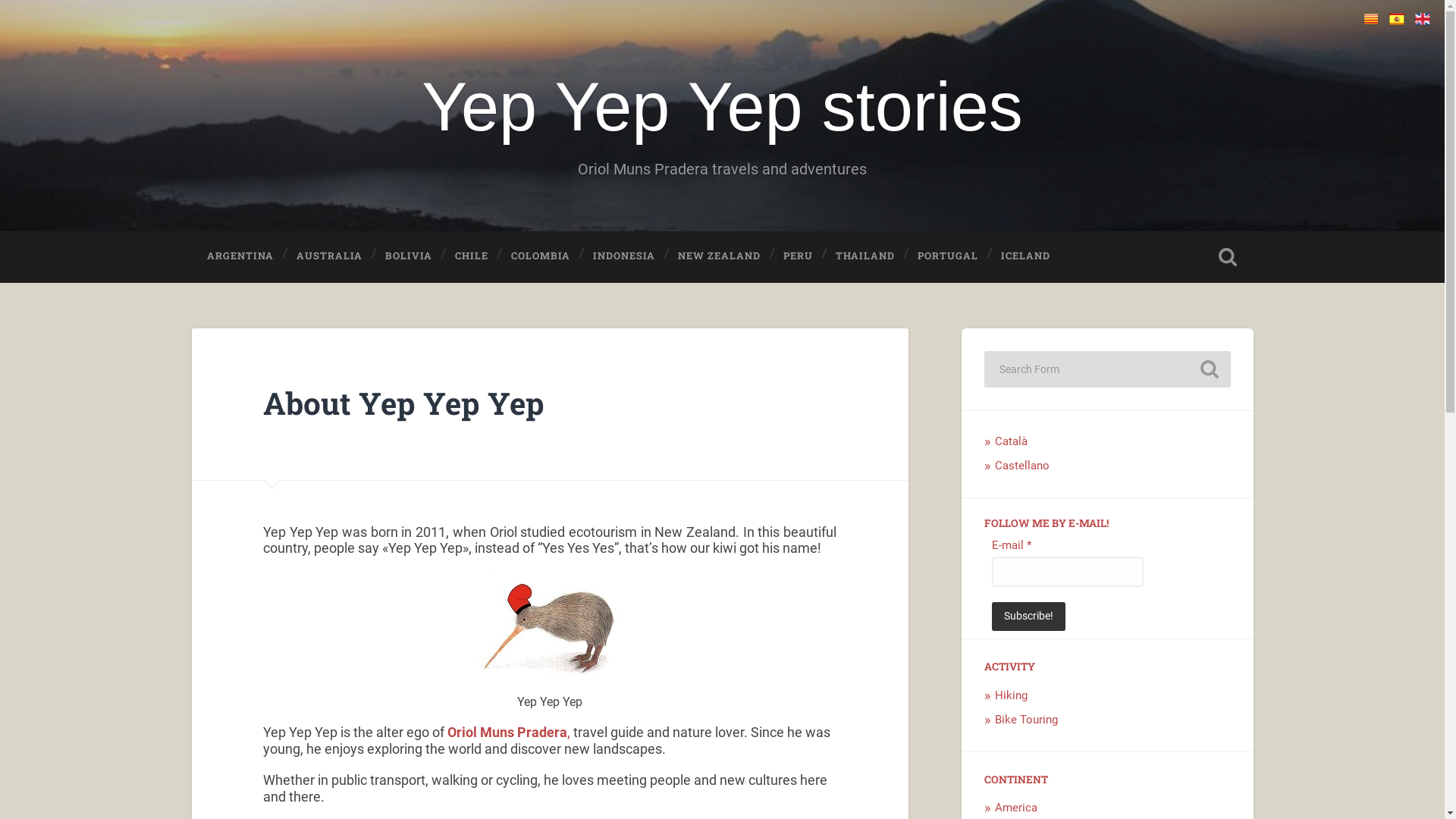 The height and width of the screenshot is (819, 1456). Describe the element at coordinates (408, 255) in the screenshot. I see `'BOLIVIA'` at that location.